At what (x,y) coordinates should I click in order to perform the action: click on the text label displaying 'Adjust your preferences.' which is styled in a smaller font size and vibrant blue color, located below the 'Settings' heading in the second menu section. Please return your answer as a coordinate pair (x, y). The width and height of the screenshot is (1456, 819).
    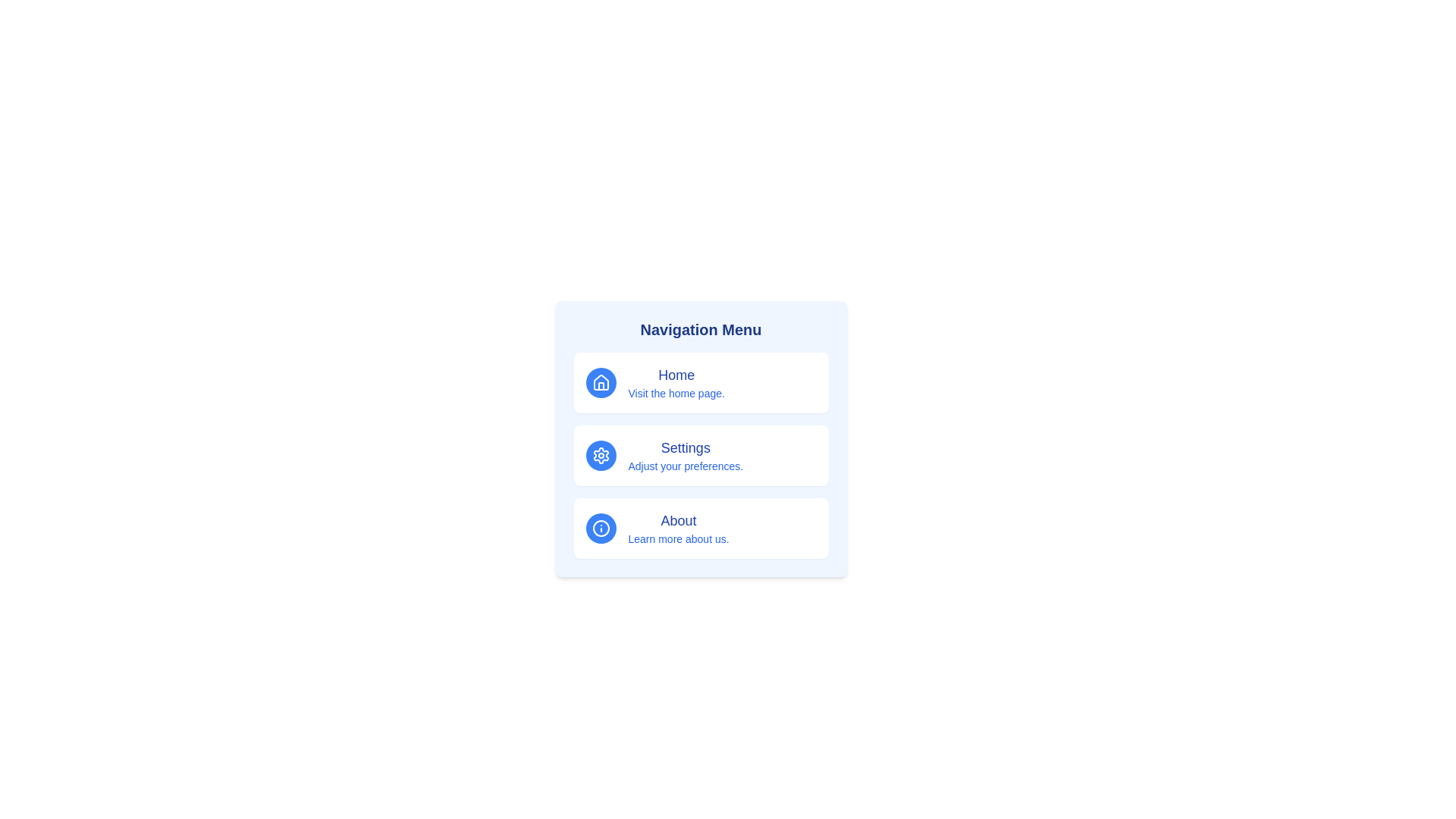
    Looking at the image, I should click on (685, 465).